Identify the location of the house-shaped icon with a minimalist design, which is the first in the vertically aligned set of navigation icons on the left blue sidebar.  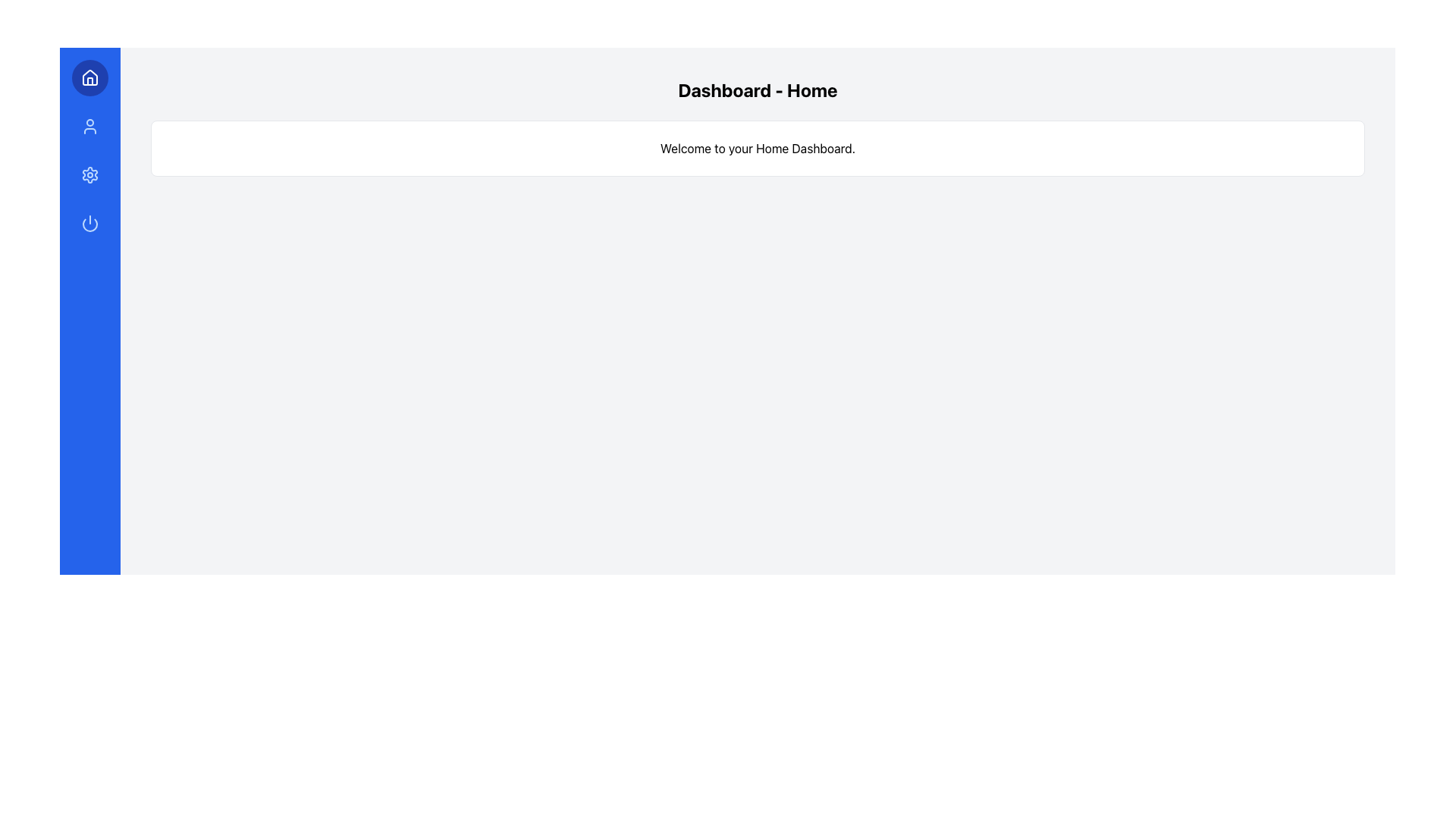
(89, 78).